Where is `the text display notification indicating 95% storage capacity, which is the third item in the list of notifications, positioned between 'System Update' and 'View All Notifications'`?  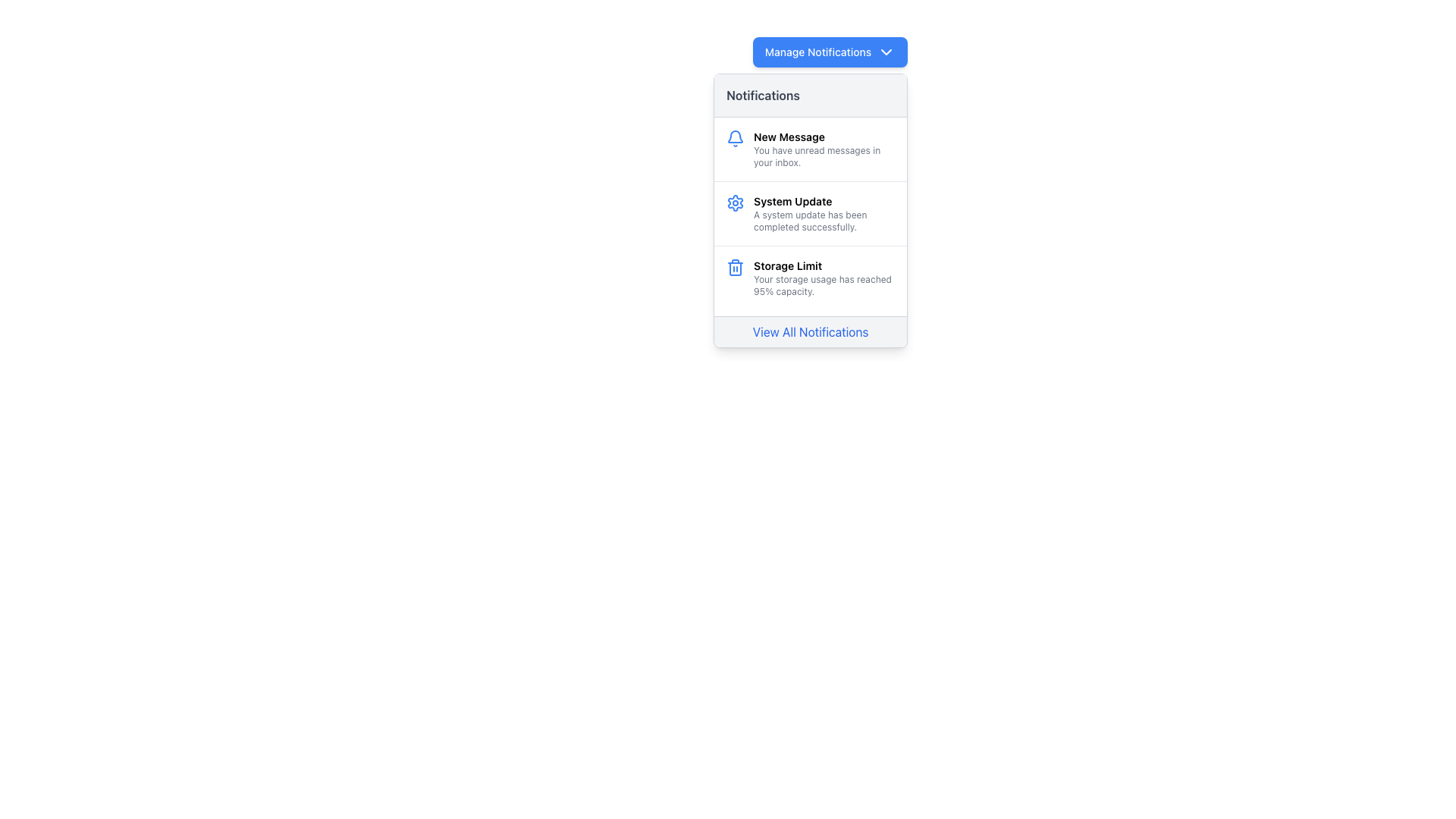 the text display notification indicating 95% storage capacity, which is the third item in the list of notifications, positioned between 'System Update' and 'View All Notifications' is located at coordinates (824, 278).